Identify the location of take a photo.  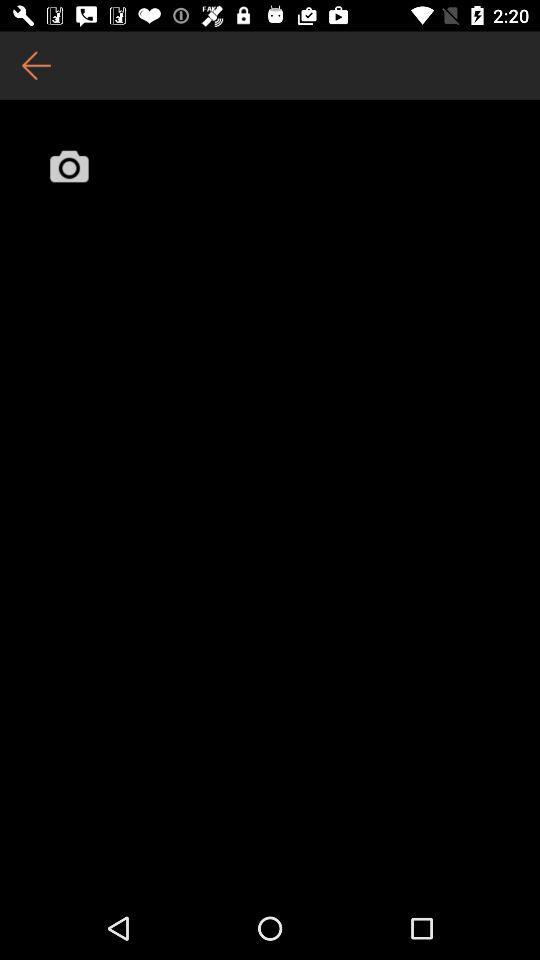
(68, 165).